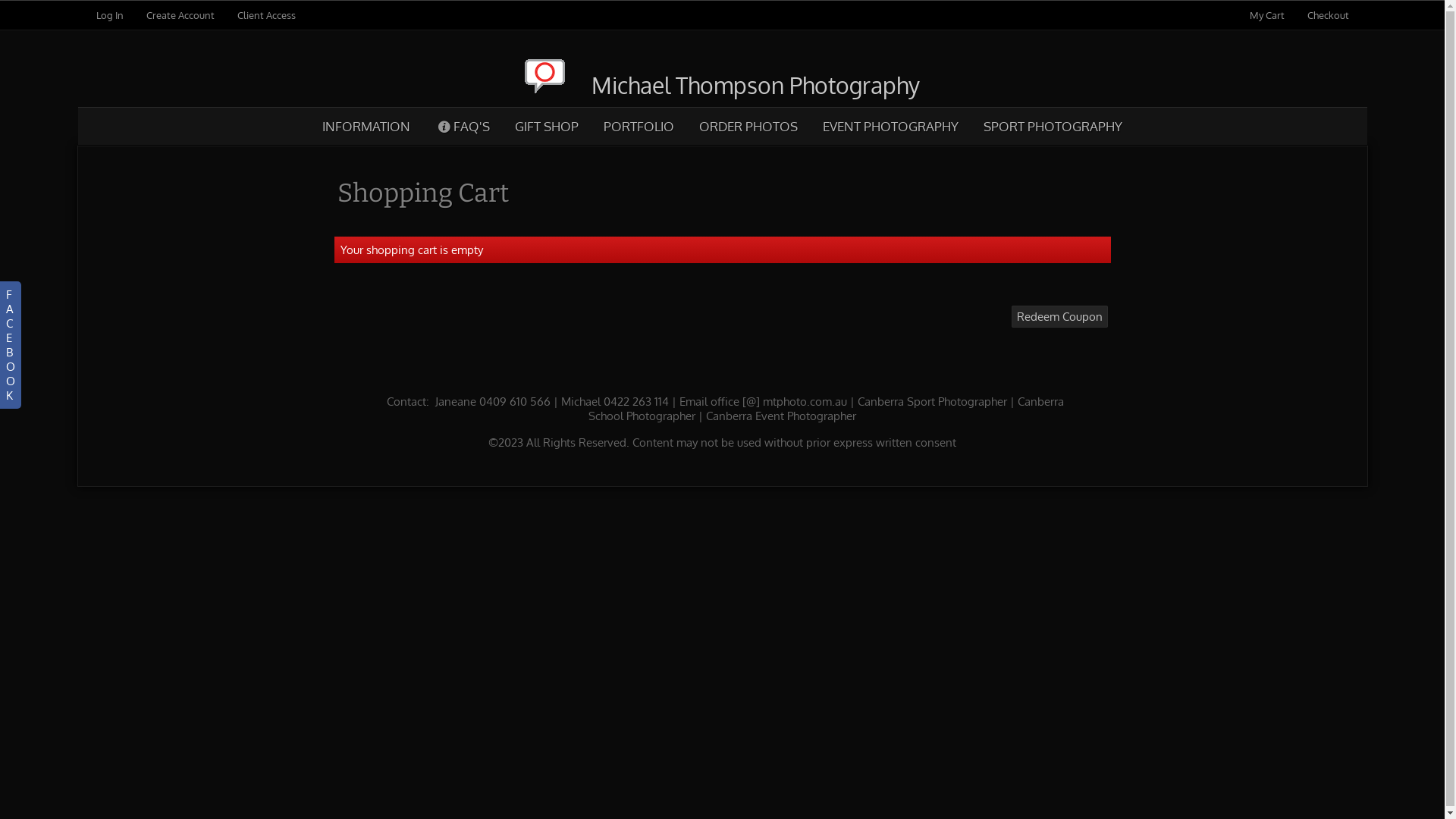 The image size is (1456, 819). Describe the element at coordinates (422, 125) in the screenshot. I see `'FAQ'S'` at that location.